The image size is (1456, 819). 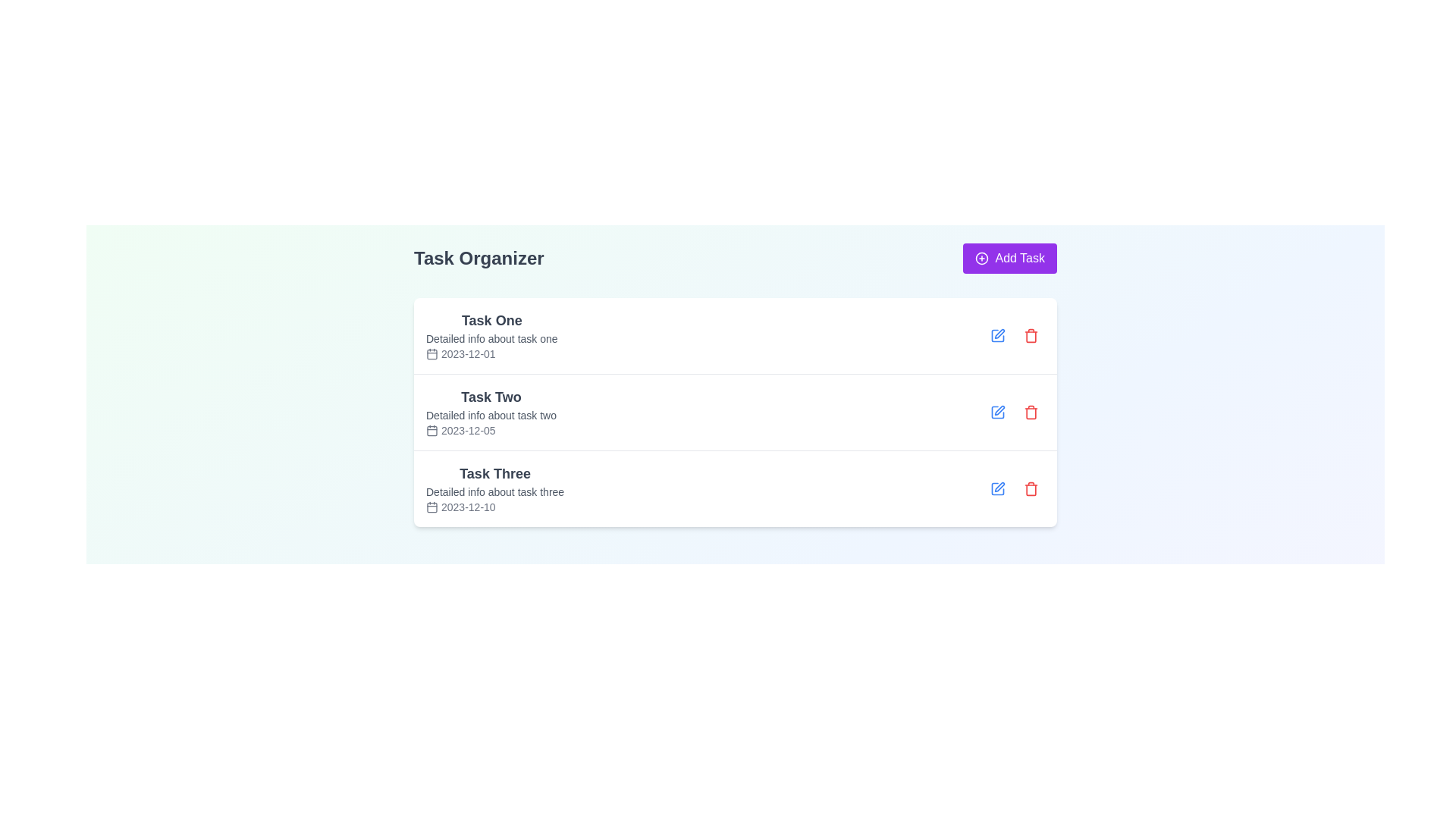 I want to click on the composite element containing the blue pencil icon and the red trash bin icon, which is located to the far-right of the 'Task Two' description and date, so click(x=1015, y=412).